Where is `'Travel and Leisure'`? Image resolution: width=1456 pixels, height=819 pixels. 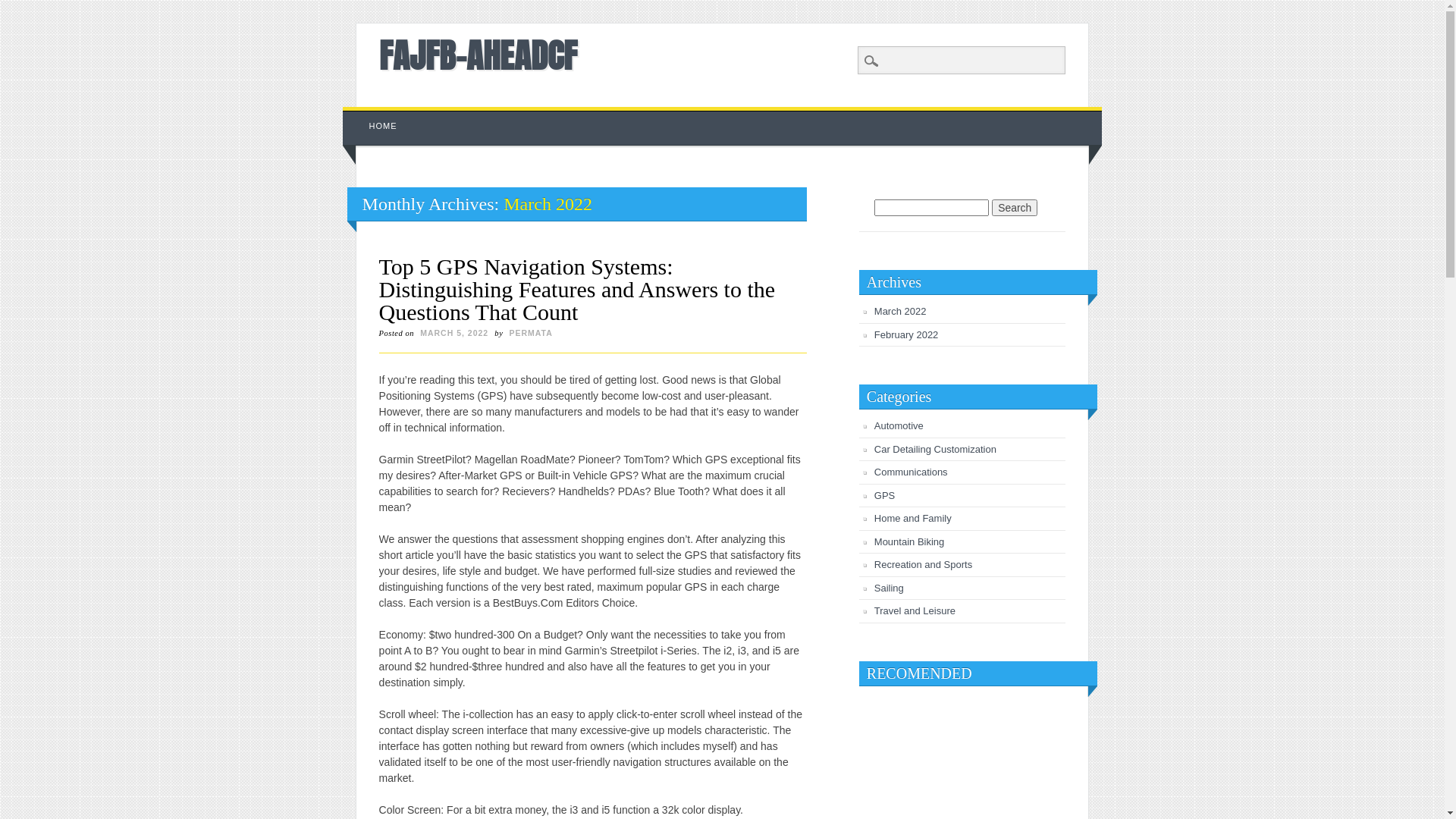 'Travel and Leisure' is located at coordinates (914, 610).